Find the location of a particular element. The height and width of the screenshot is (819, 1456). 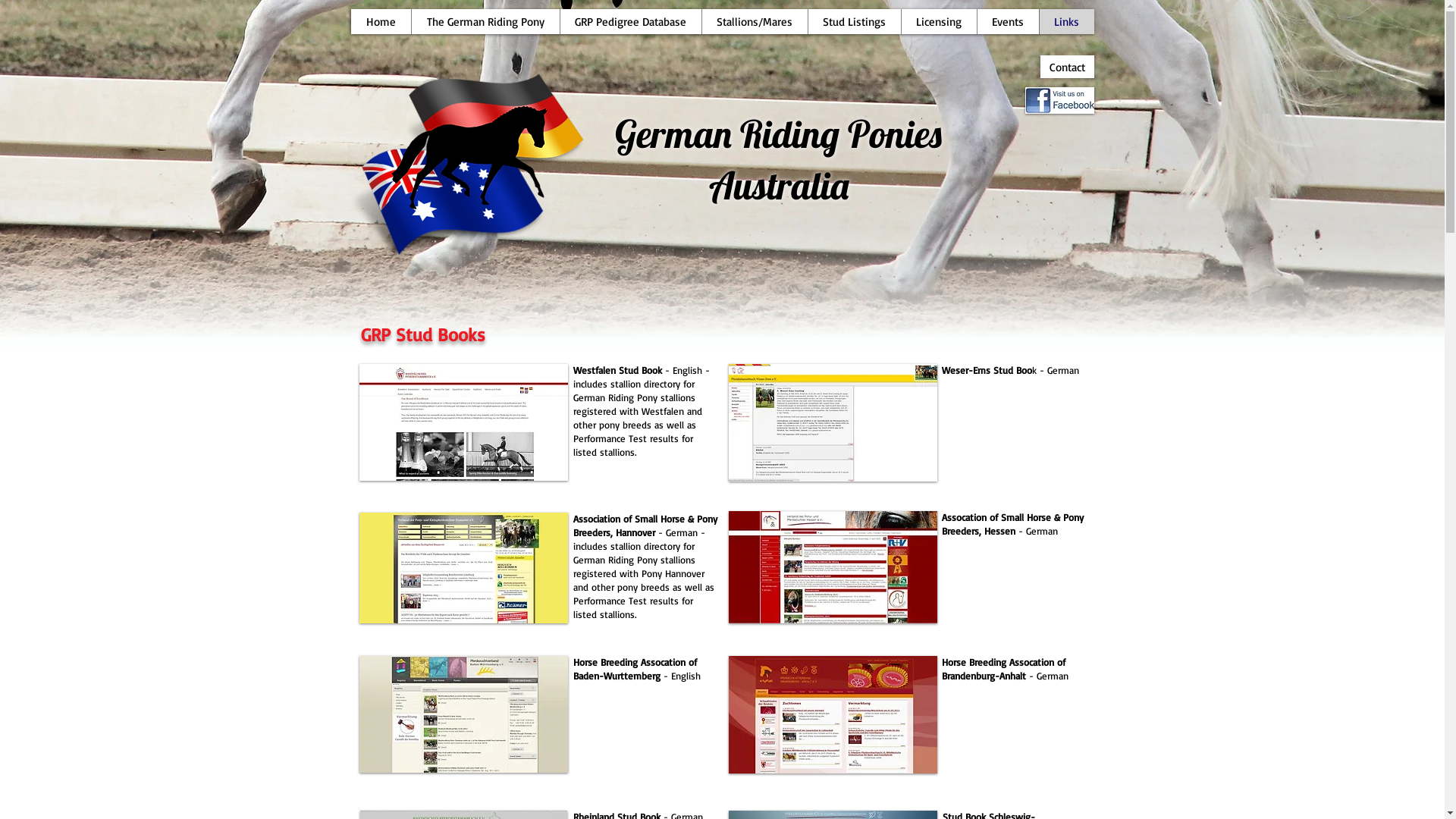

'Licensing' is located at coordinates (938, 21).